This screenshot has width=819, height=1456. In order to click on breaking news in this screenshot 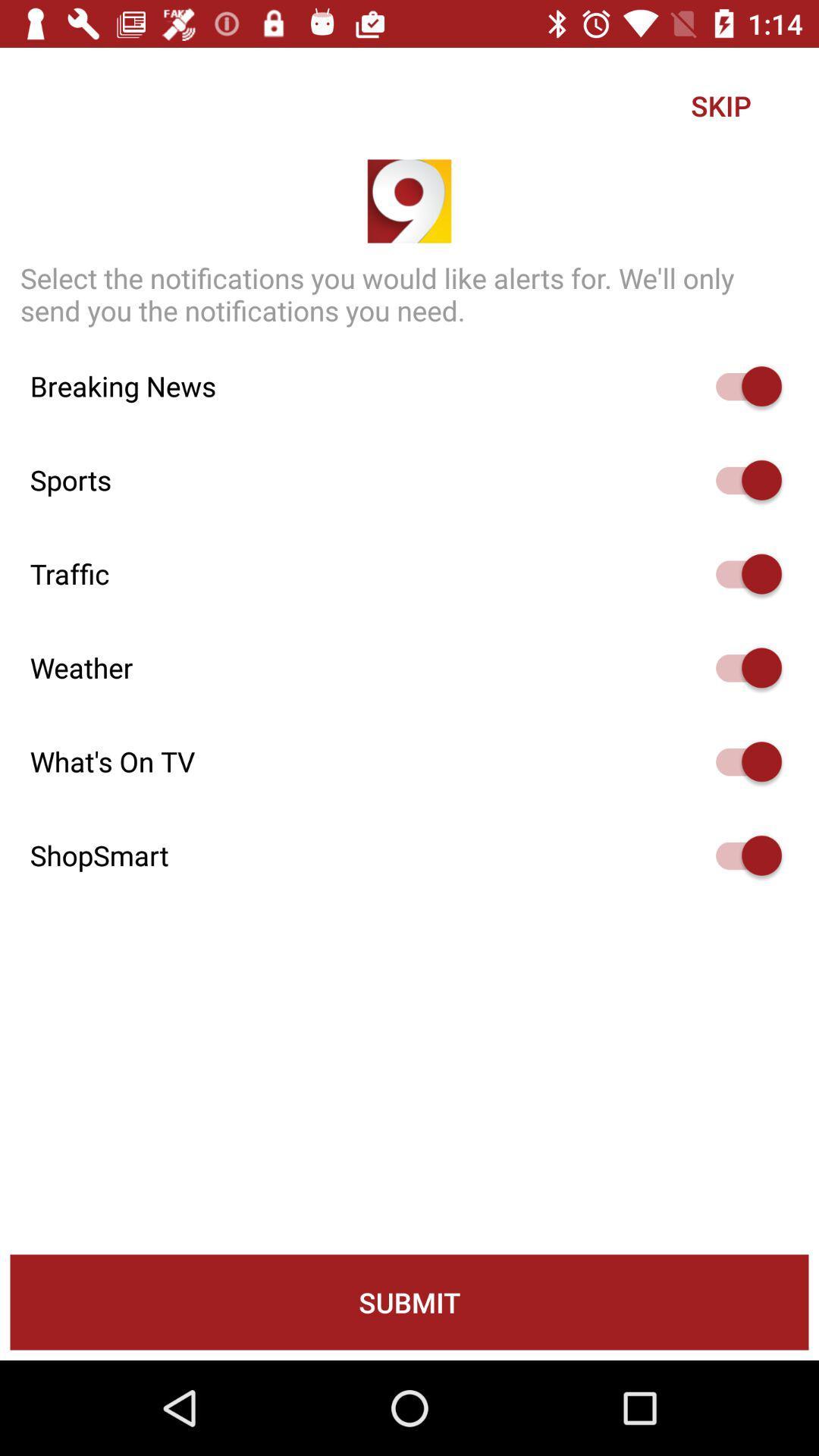, I will do `click(741, 386)`.